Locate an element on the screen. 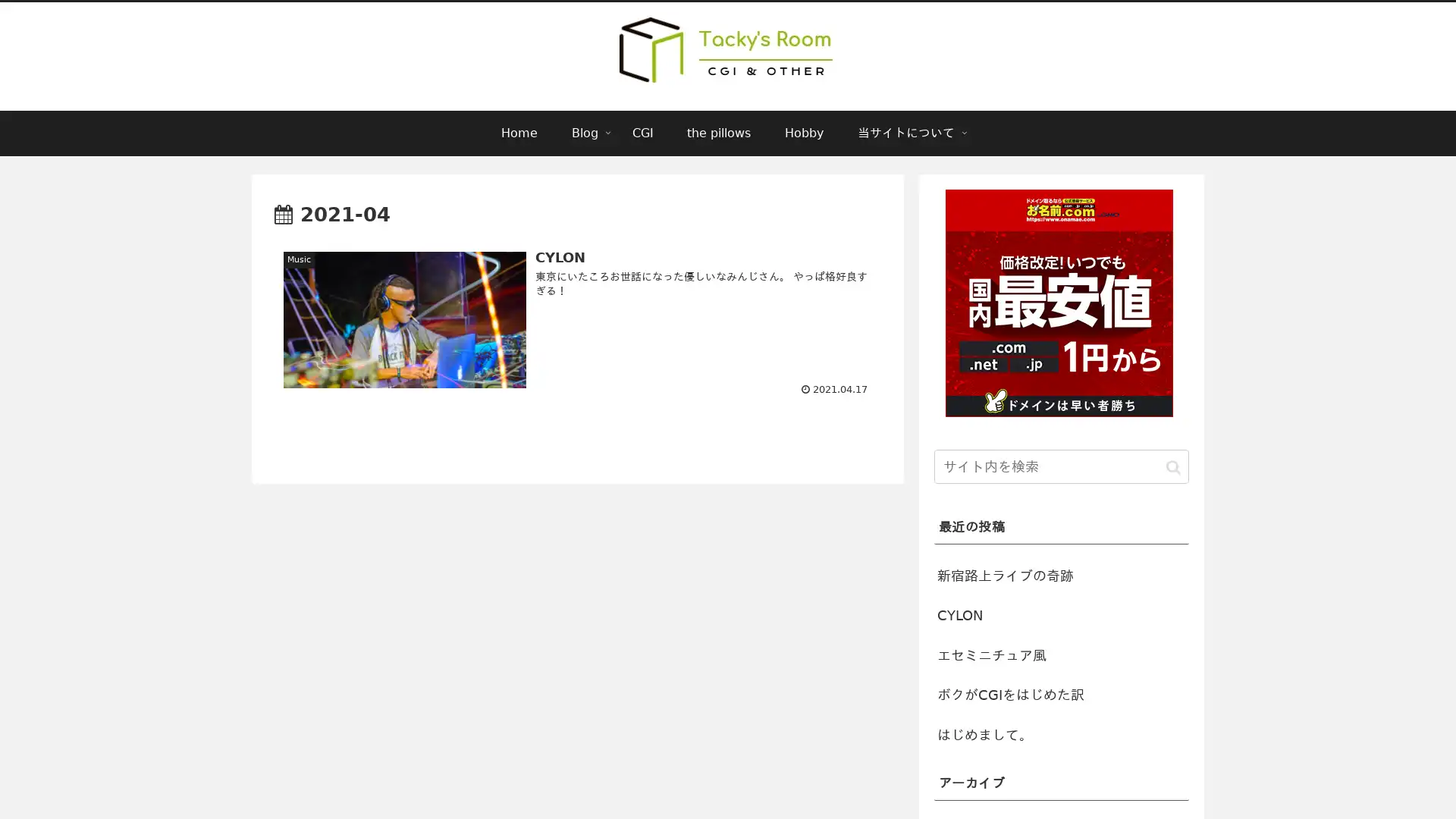 The image size is (1456, 819). button is located at coordinates (1172, 465).